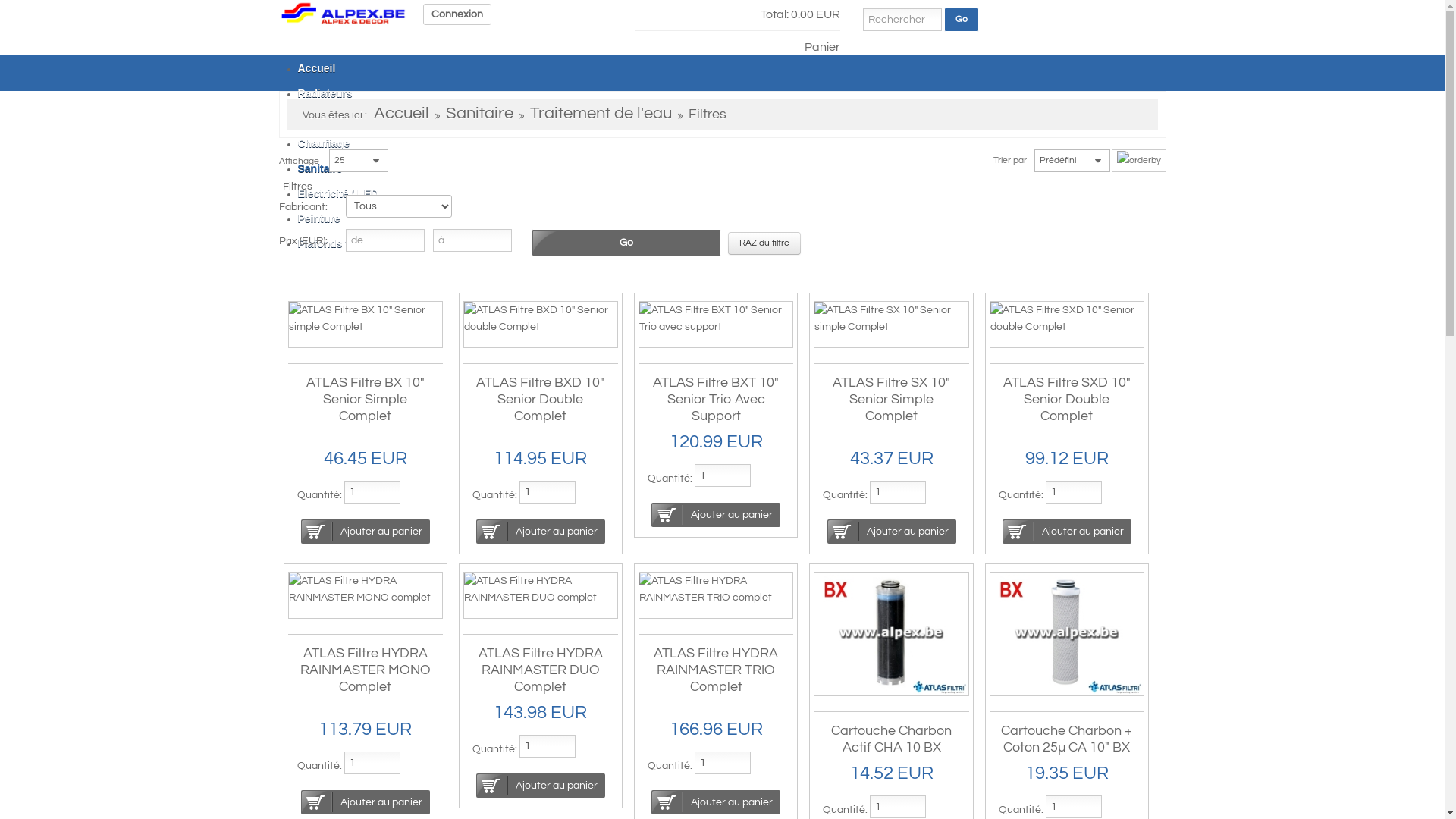 This screenshot has width=1456, height=819. I want to click on 'Cartouche Charbon Actif CHA 10 BX', so click(891, 738).